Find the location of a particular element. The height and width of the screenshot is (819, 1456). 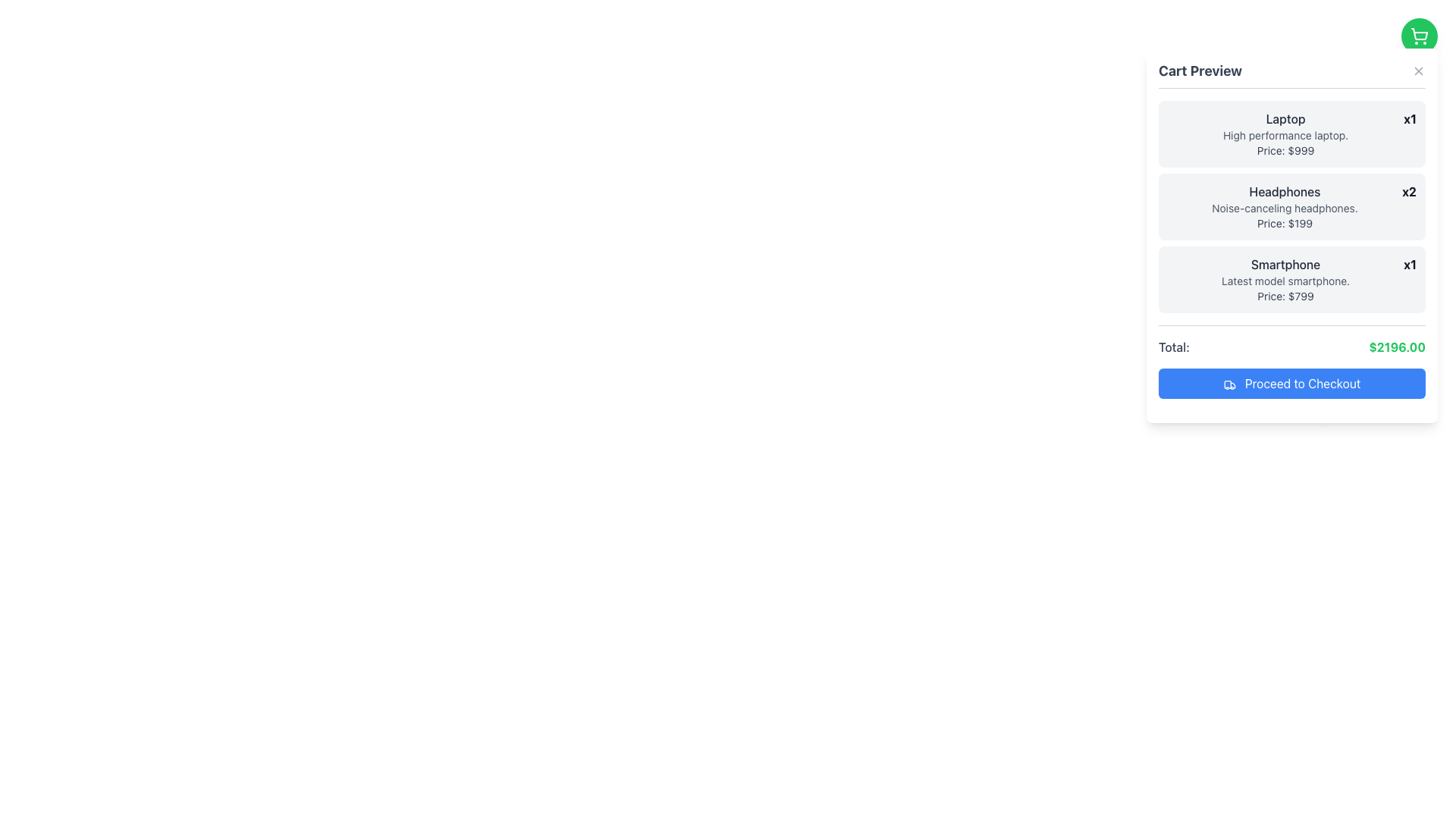

the static text label that states 'Noise-canceling headphones', which is located in the middle segment of a vertical listing, below the title 'Headphones' and above the price line 'Price: $199' is located at coordinates (1284, 208).